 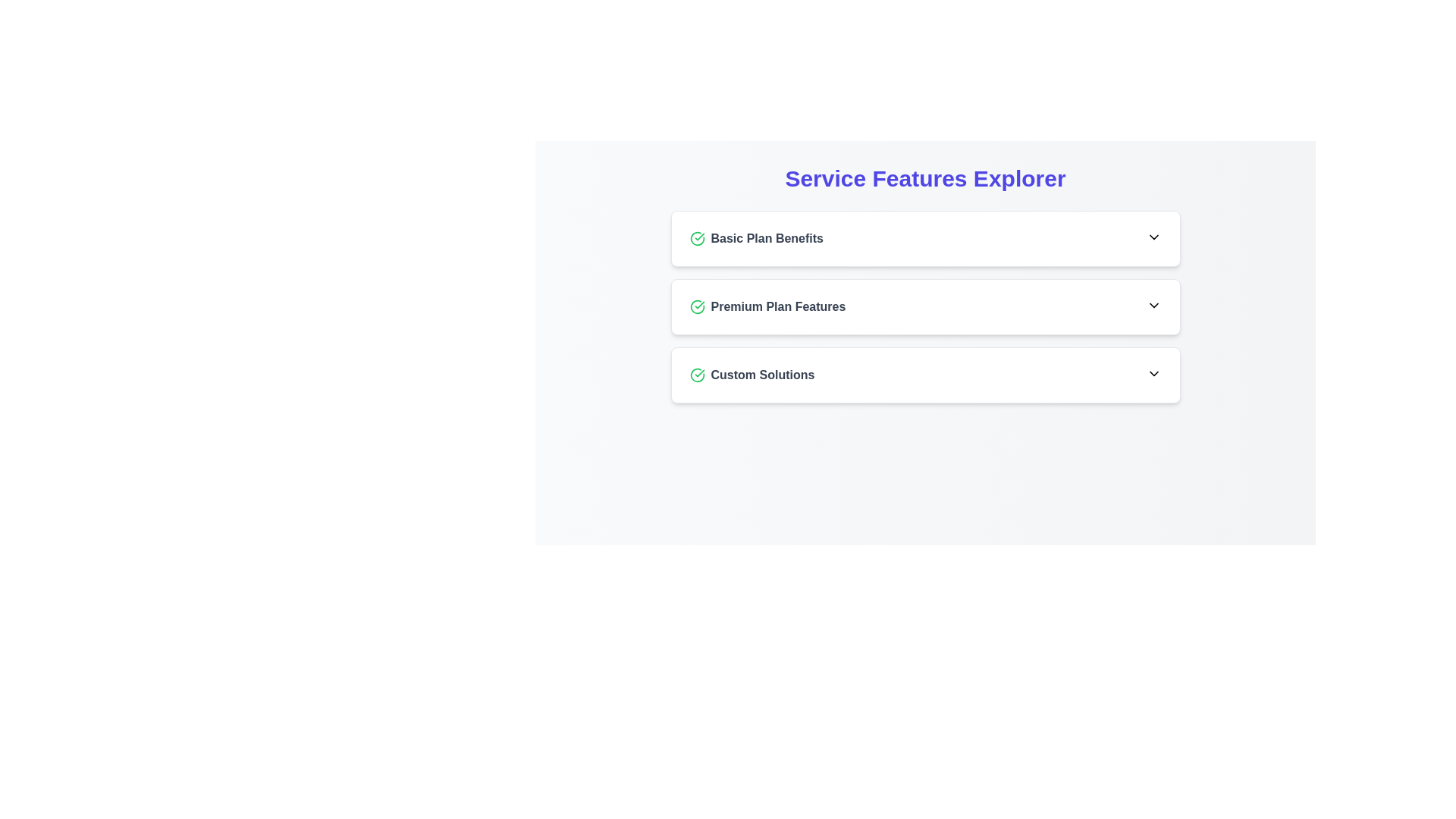 What do you see at coordinates (778, 307) in the screenshot?
I see `the text label that reads 'Premium Plan Features' to select it` at bounding box center [778, 307].